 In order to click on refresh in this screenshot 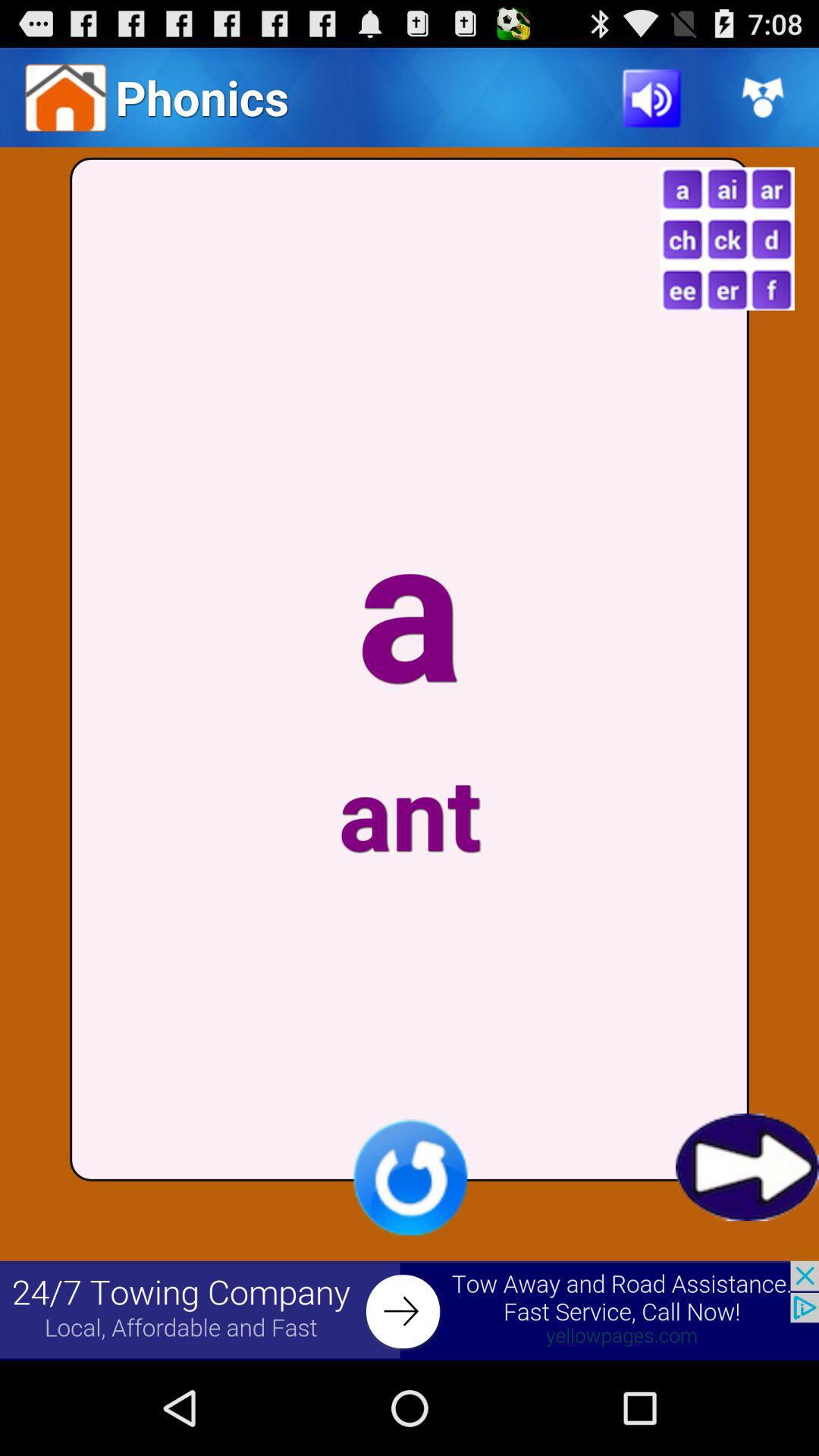, I will do `click(409, 1176)`.